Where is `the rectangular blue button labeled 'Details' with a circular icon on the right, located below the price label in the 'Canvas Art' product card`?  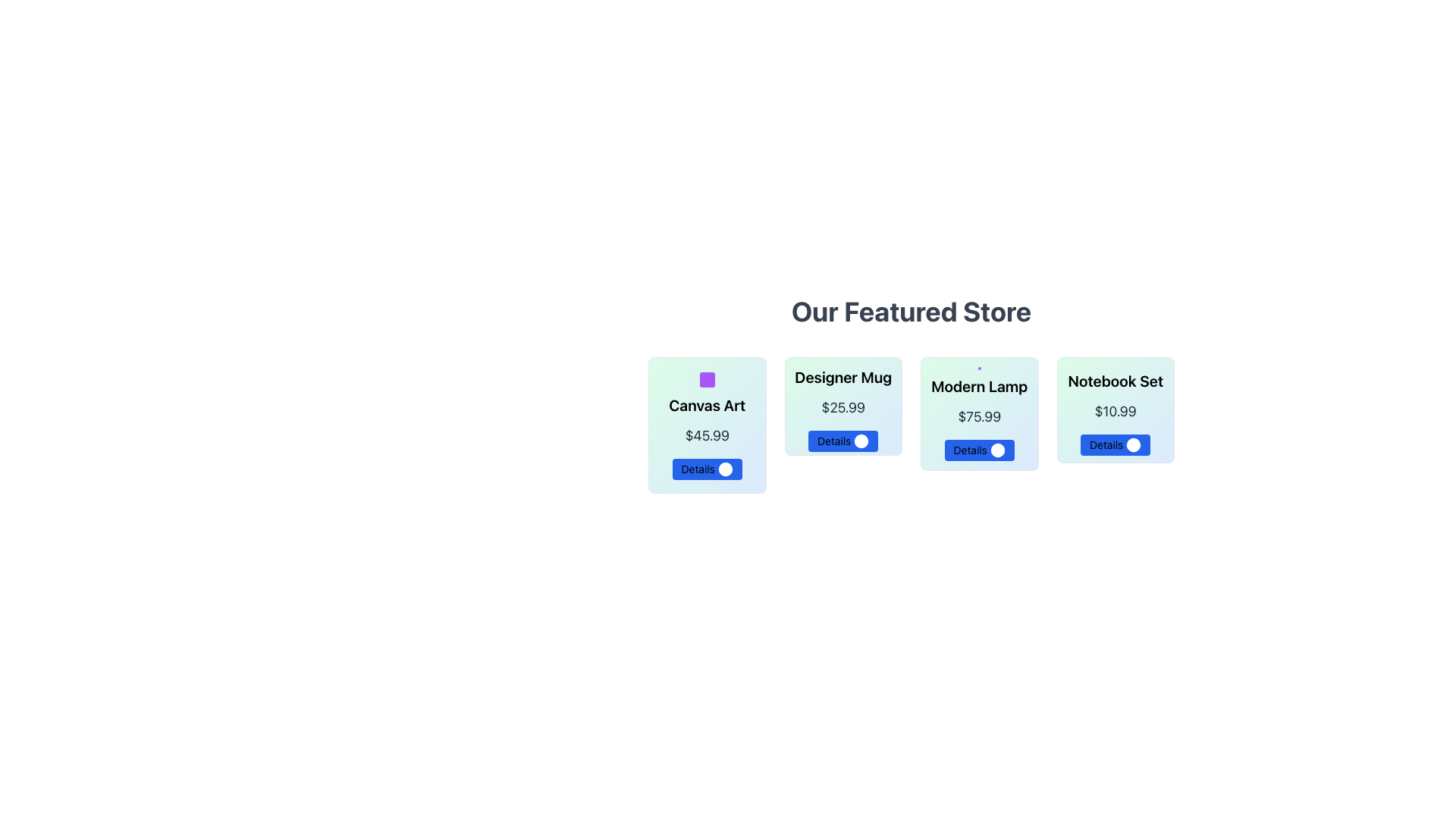
the rectangular blue button labeled 'Details' with a circular icon on the right, located below the price label in the 'Canvas Art' product card is located at coordinates (706, 468).